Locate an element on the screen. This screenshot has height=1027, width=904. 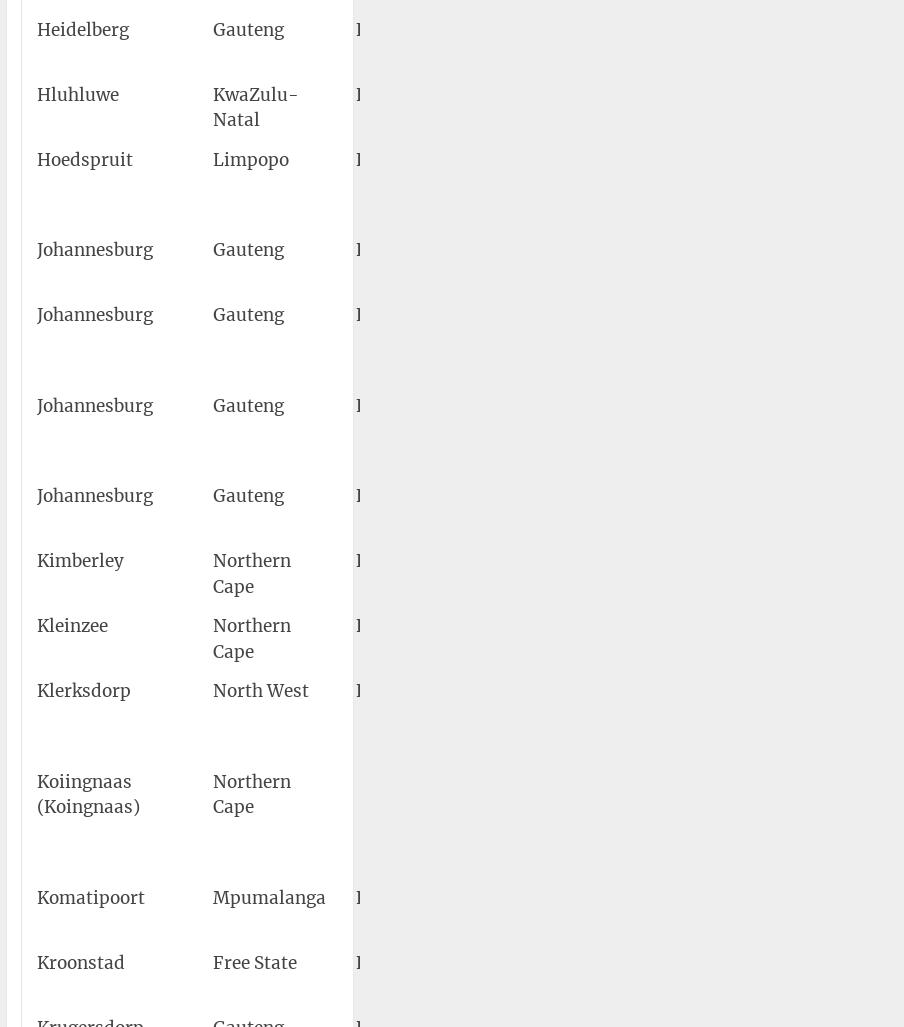
'O.R. Tambo International Airport' is located at coordinates (574, 429).